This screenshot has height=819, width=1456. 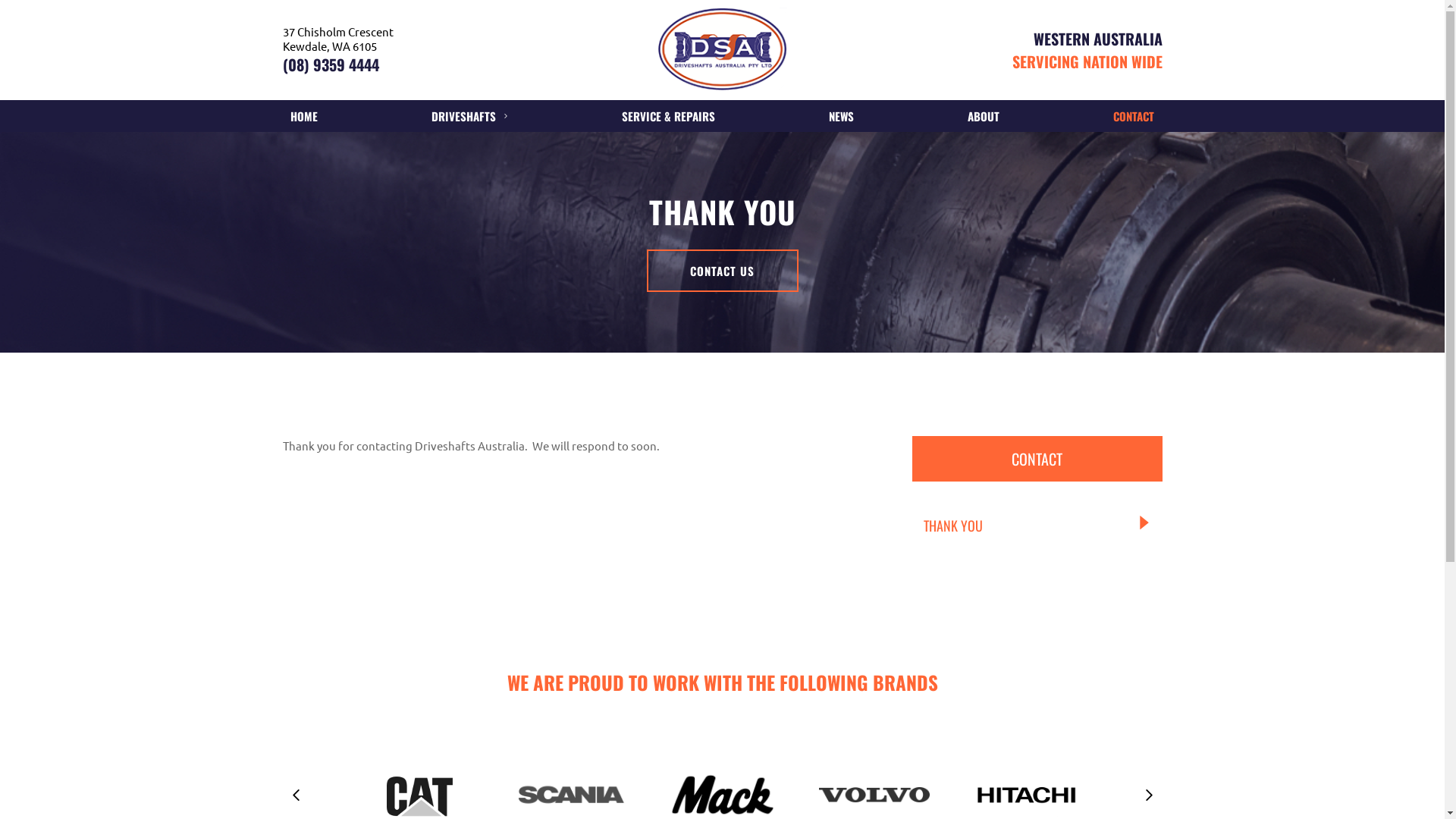 I want to click on 'HOME', so click(x=303, y=115).